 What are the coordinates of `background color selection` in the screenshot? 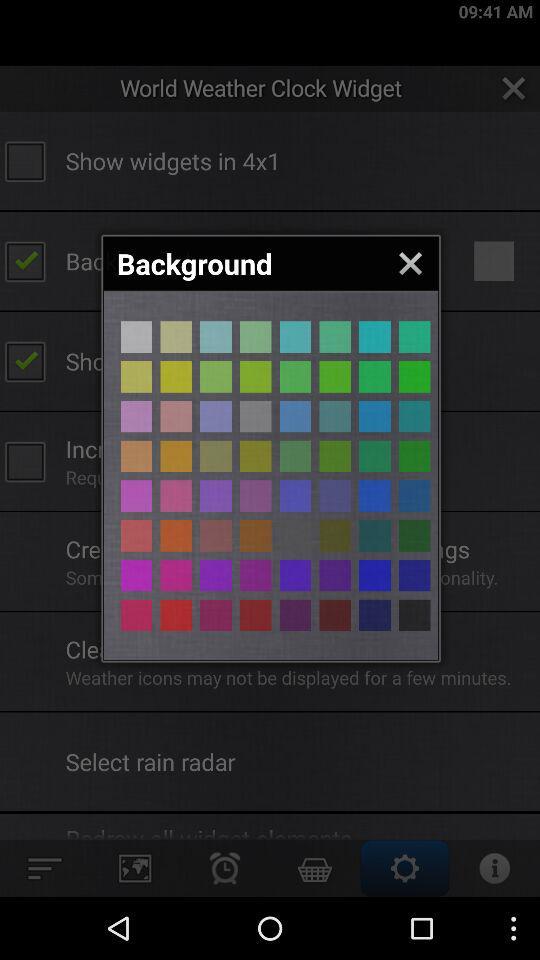 It's located at (374, 337).